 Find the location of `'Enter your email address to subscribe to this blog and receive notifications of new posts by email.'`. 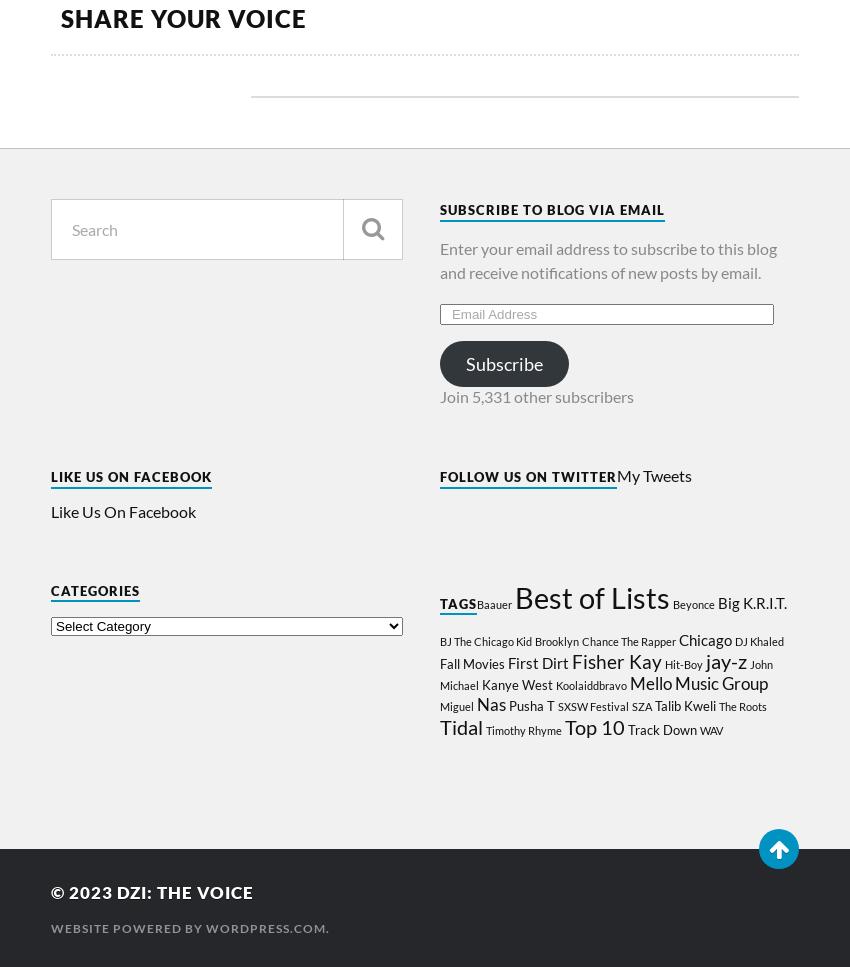

'Enter your email address to subscribe to this blog and receive notifications of new posts by email.' is located at coordinates (606, 259).